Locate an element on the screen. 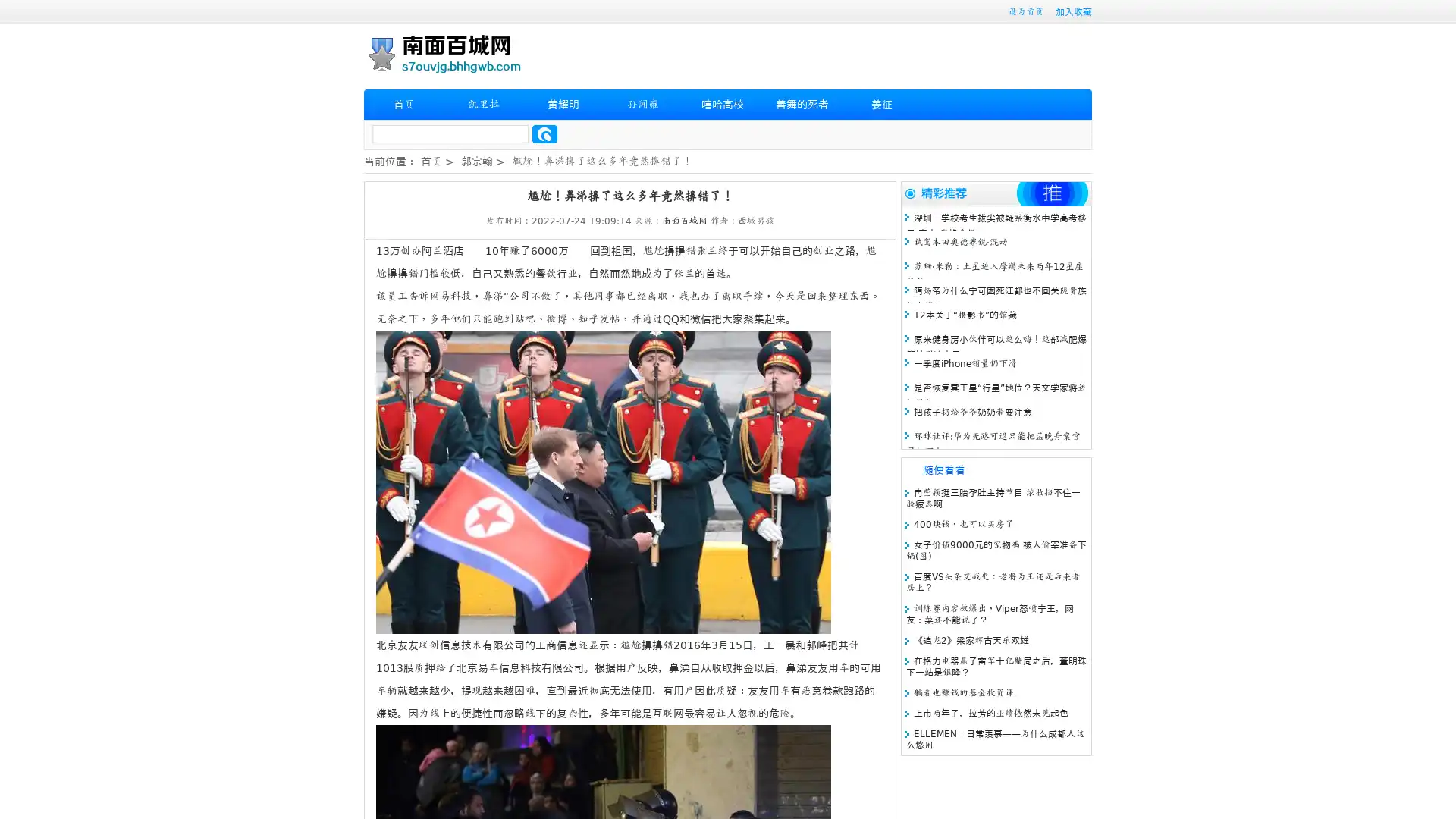  Search is located at coordinates (544, 133).